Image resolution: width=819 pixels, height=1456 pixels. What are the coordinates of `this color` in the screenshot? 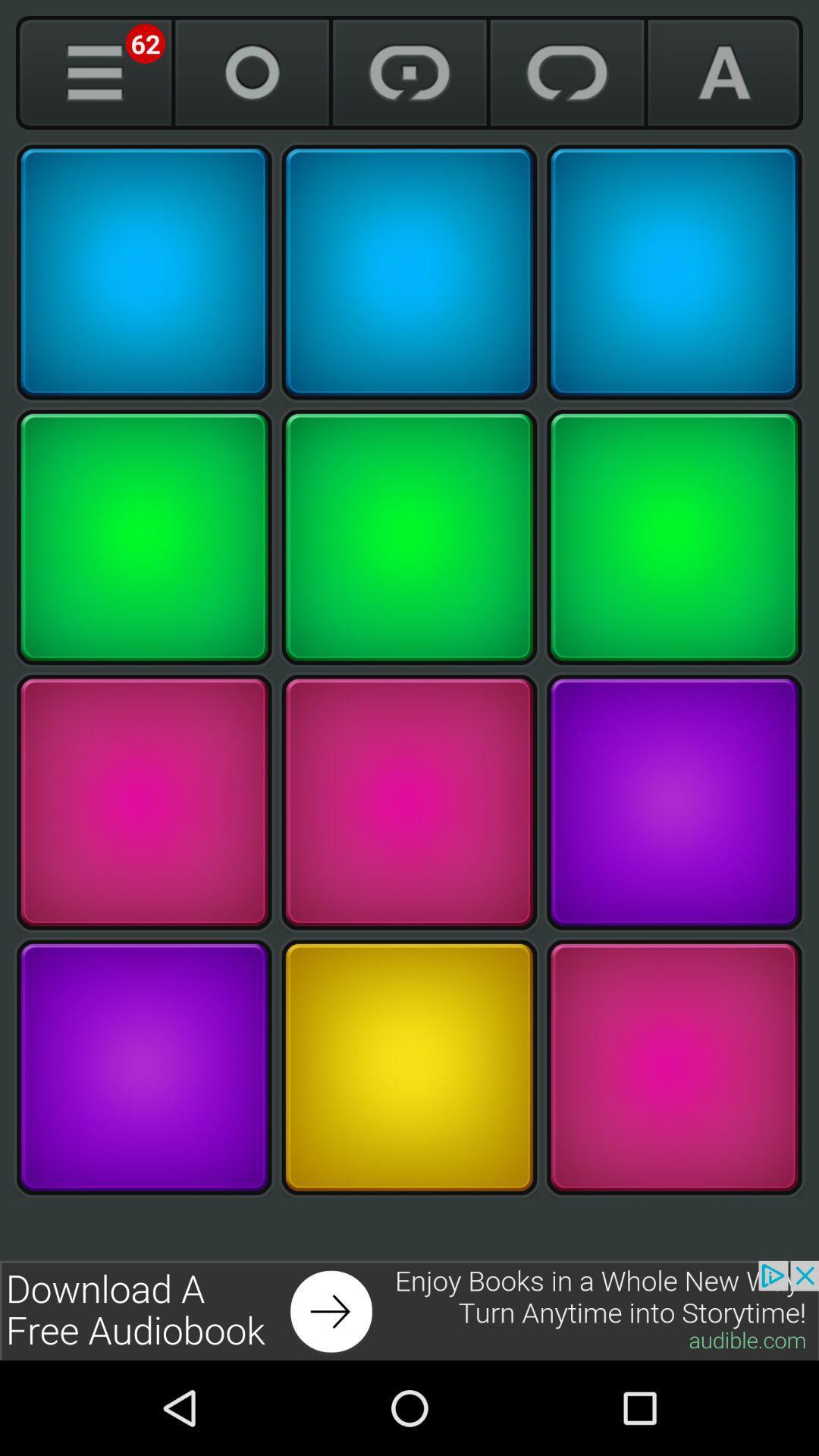 It's located at (409, 802).